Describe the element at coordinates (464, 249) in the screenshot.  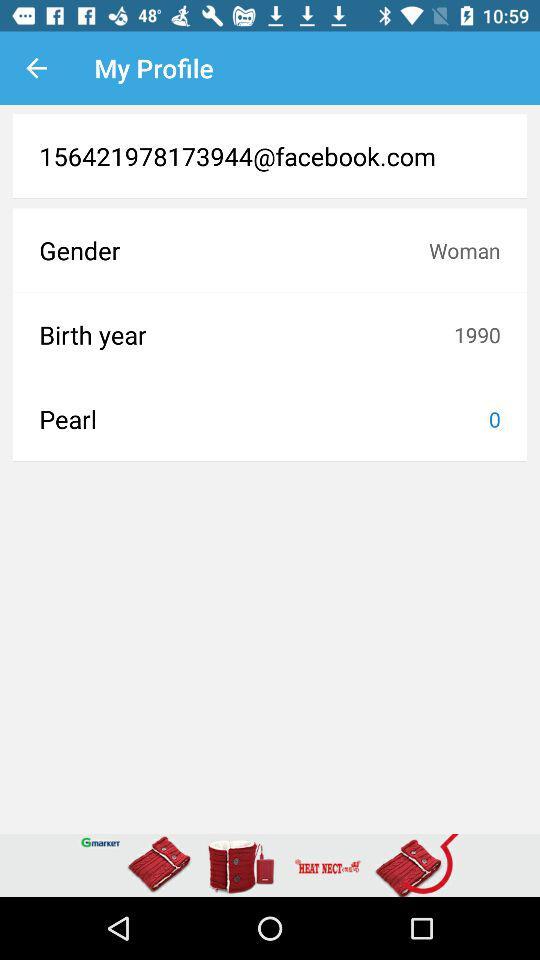
I see `the item above birth year item` at that location.